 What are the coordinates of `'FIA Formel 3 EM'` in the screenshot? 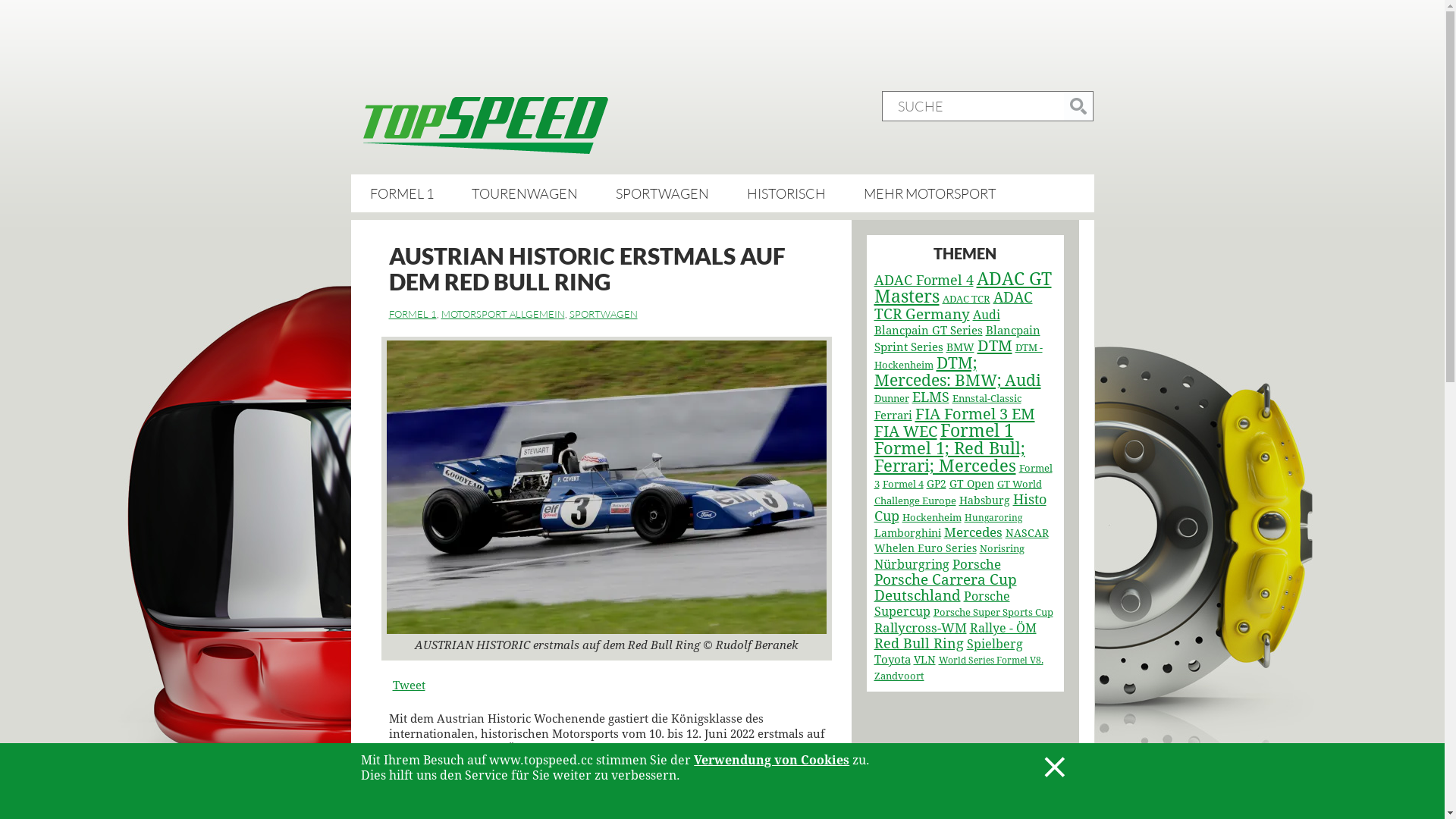 It's located at (974, 414).